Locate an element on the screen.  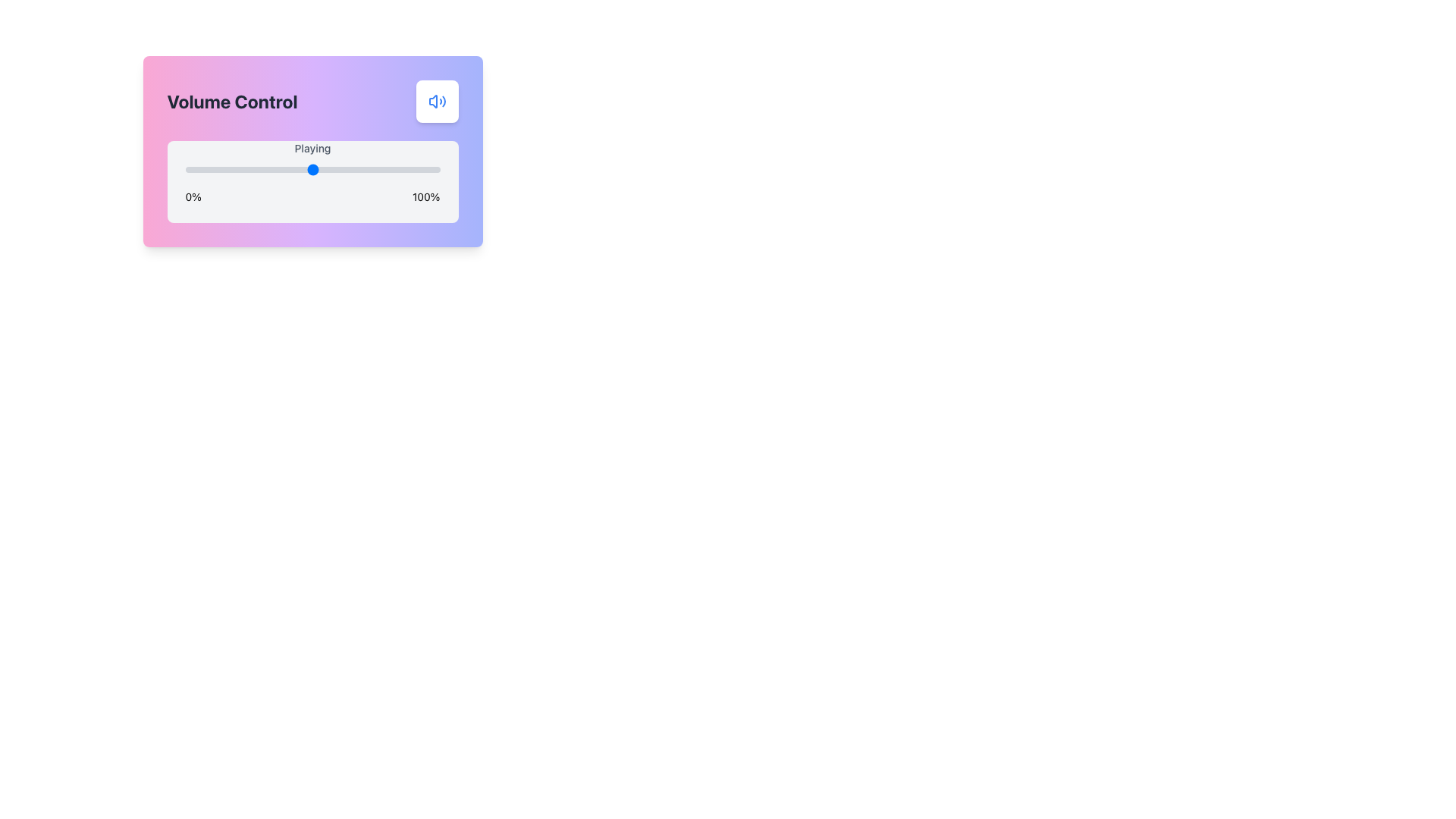
the sound control icon located at the top right corner of the audio control card, which serves to adjust volume or toggle sound on/off is located at coordinates (436, 102).